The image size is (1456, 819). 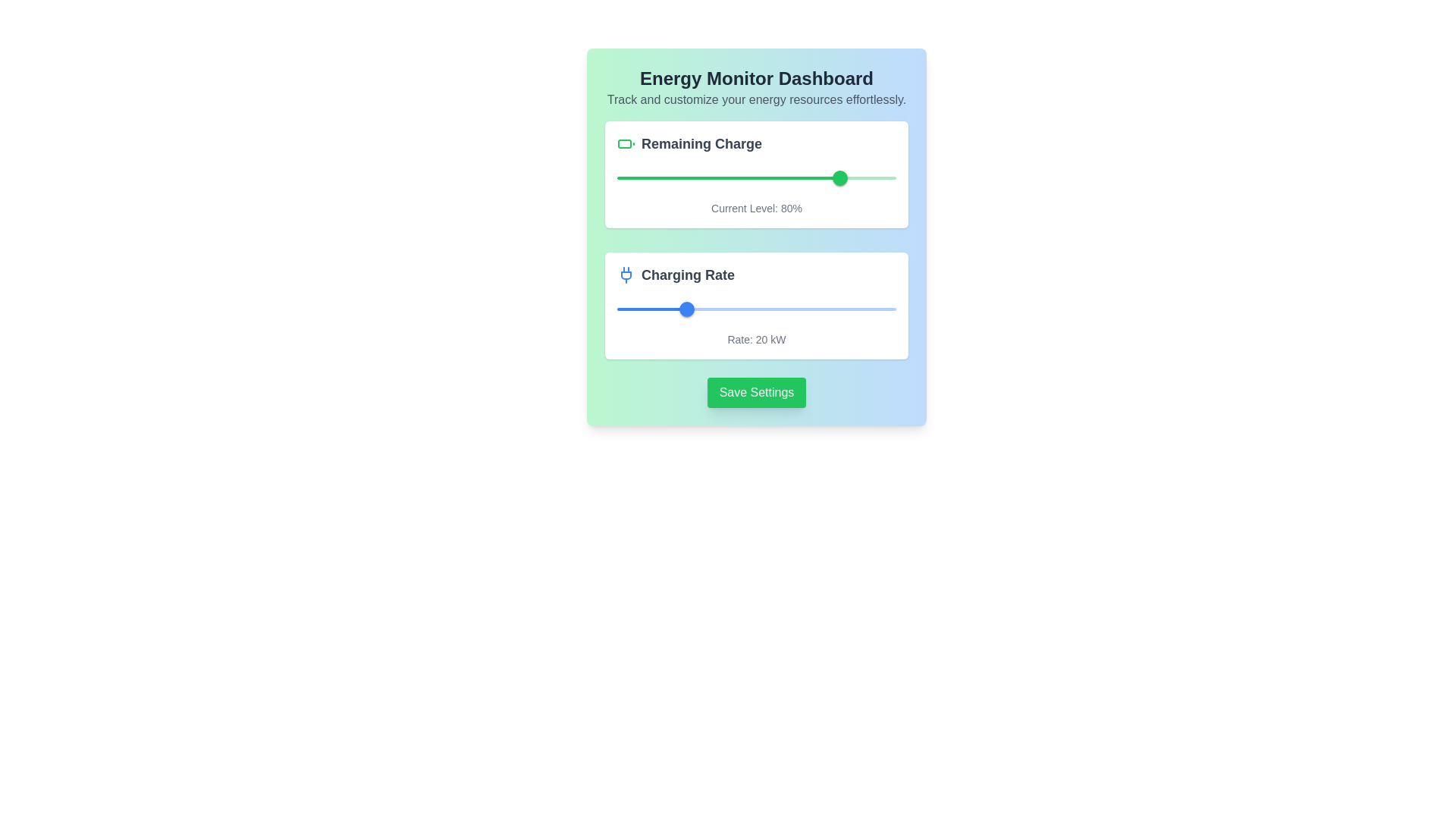 I want to click on the charging rate, so click(x=746, y=309).